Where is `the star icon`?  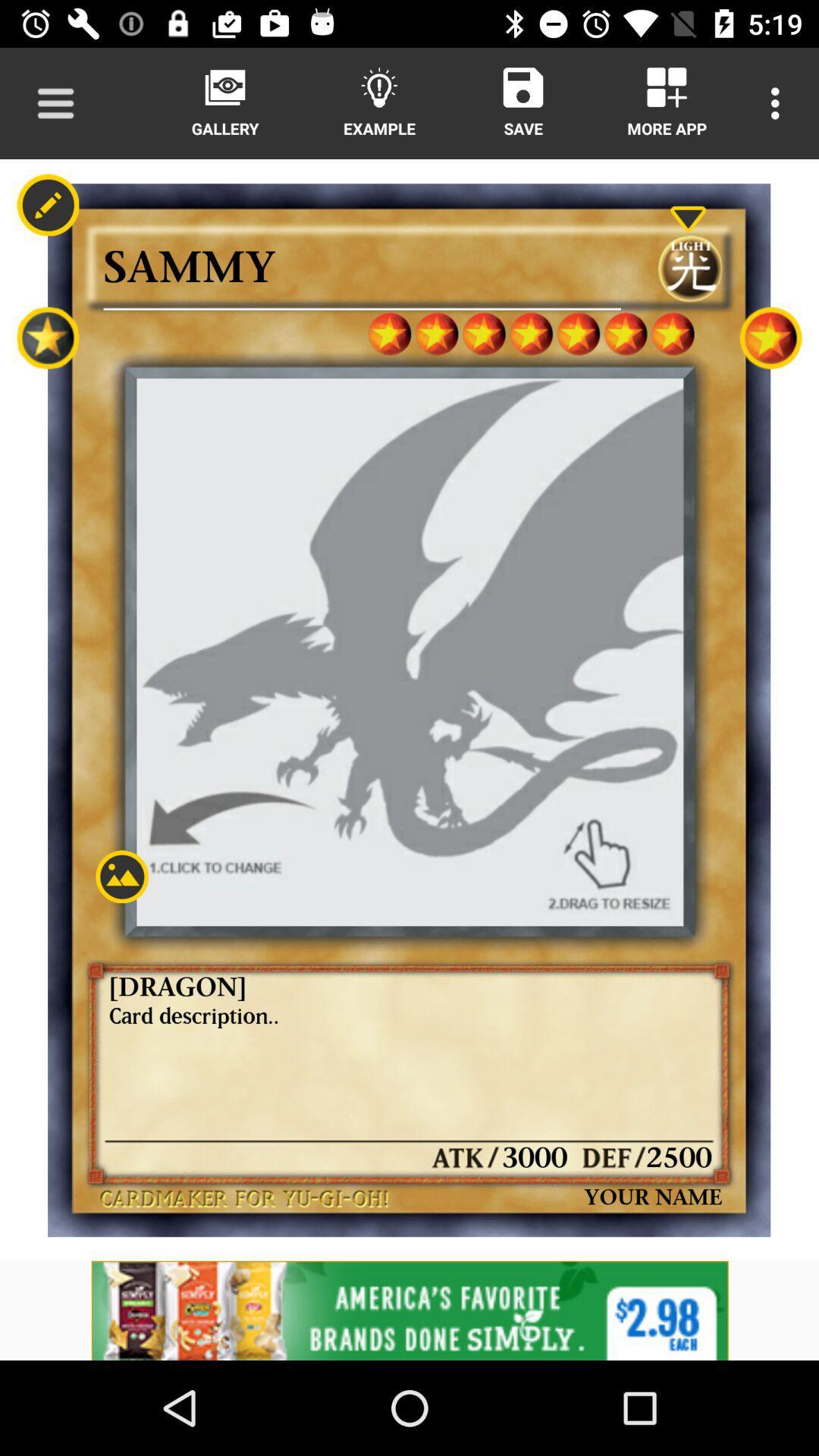
the star icon is located at coordinates (47, 337).